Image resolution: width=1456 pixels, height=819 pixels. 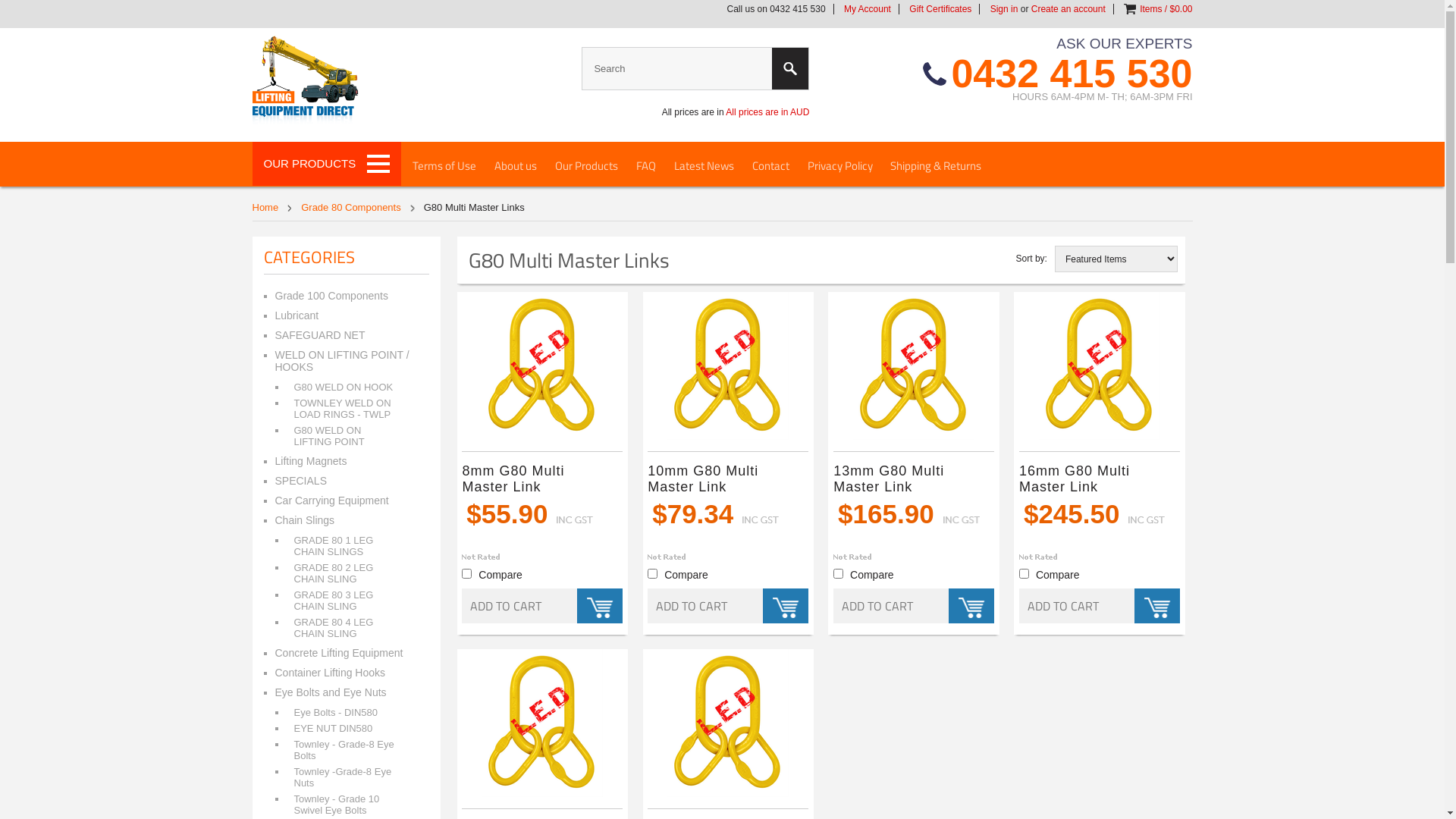 I want to click on 'My Account', so click(x=867, y=8).